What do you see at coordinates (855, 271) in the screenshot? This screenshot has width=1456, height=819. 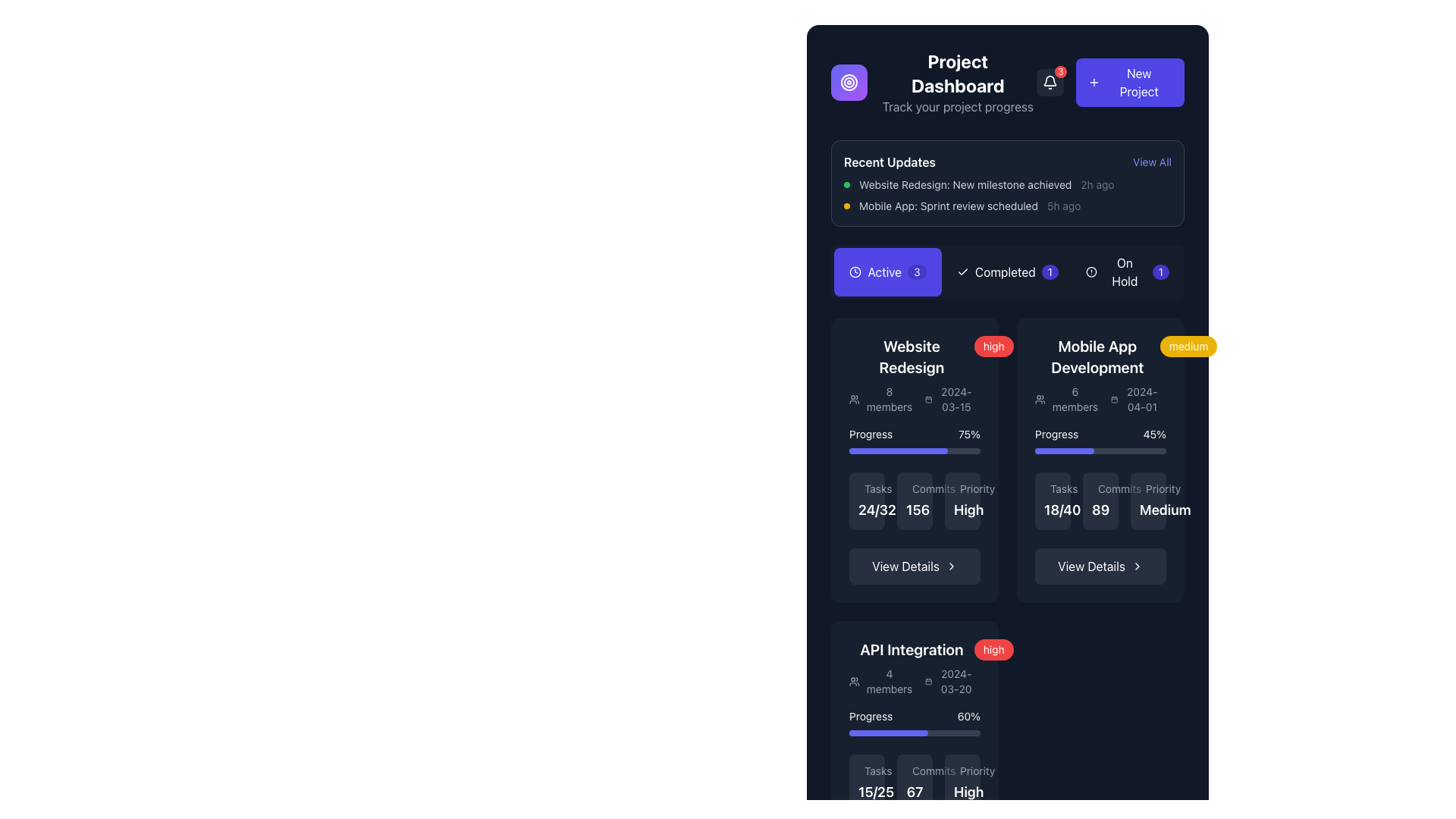 I see `the circular SVG component styled as a clock icon located at the center of the clock face in the project dashboard interface` at bounding box center [855, 271].